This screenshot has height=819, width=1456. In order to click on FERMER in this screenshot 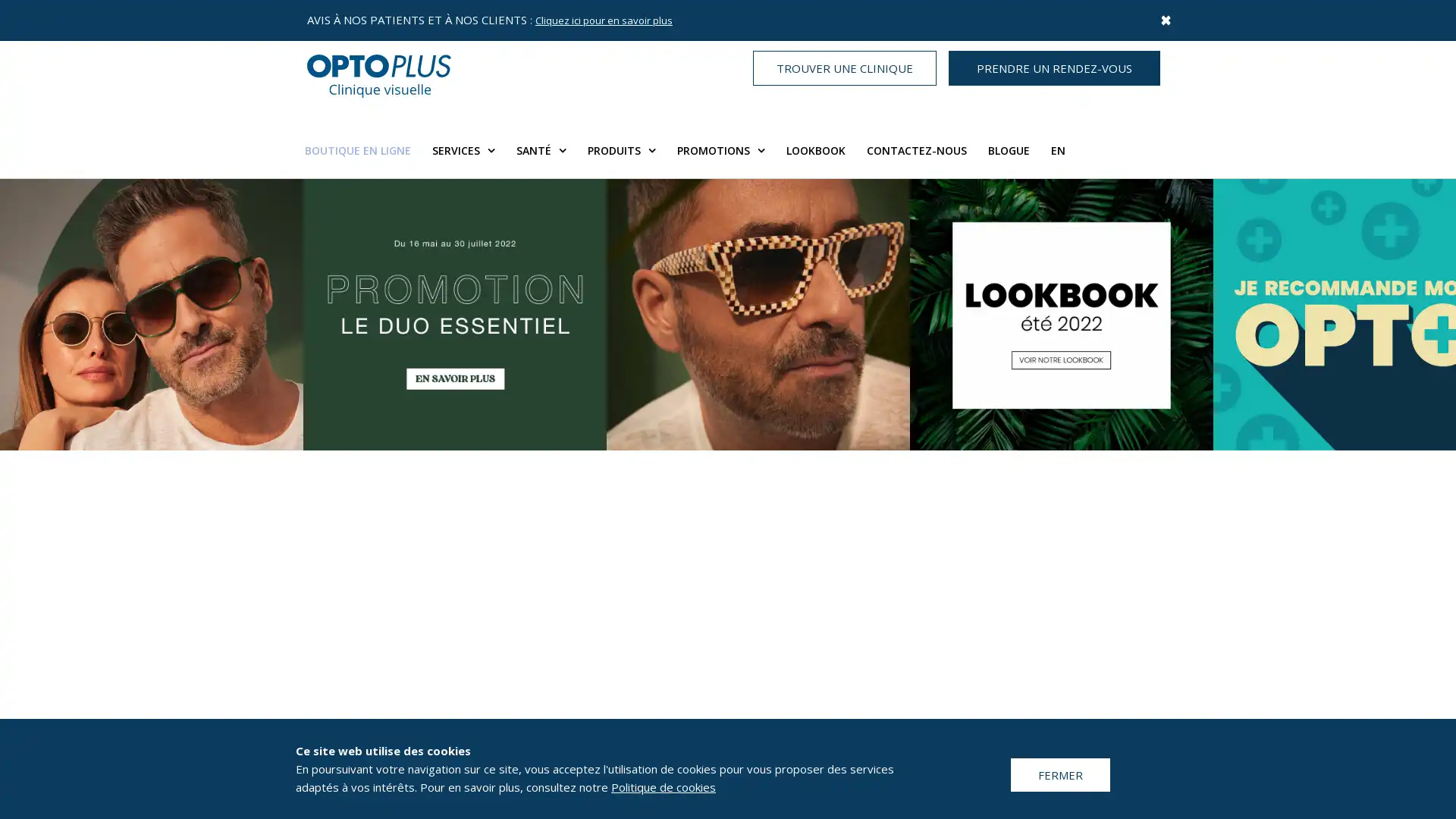, I will do `click(1059, 774)`.